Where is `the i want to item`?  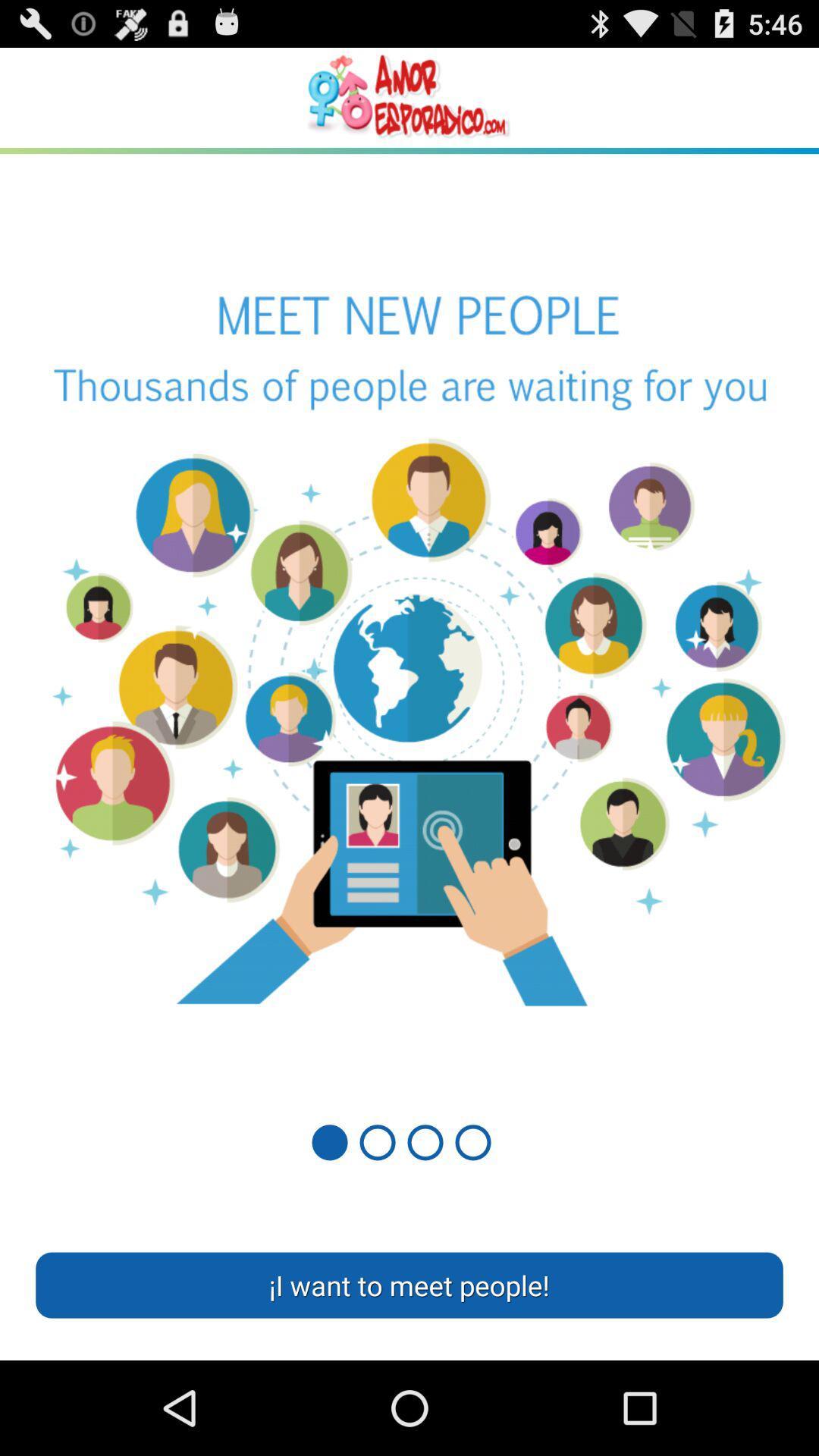 the i want to item is located at coordinates (409, 1284).